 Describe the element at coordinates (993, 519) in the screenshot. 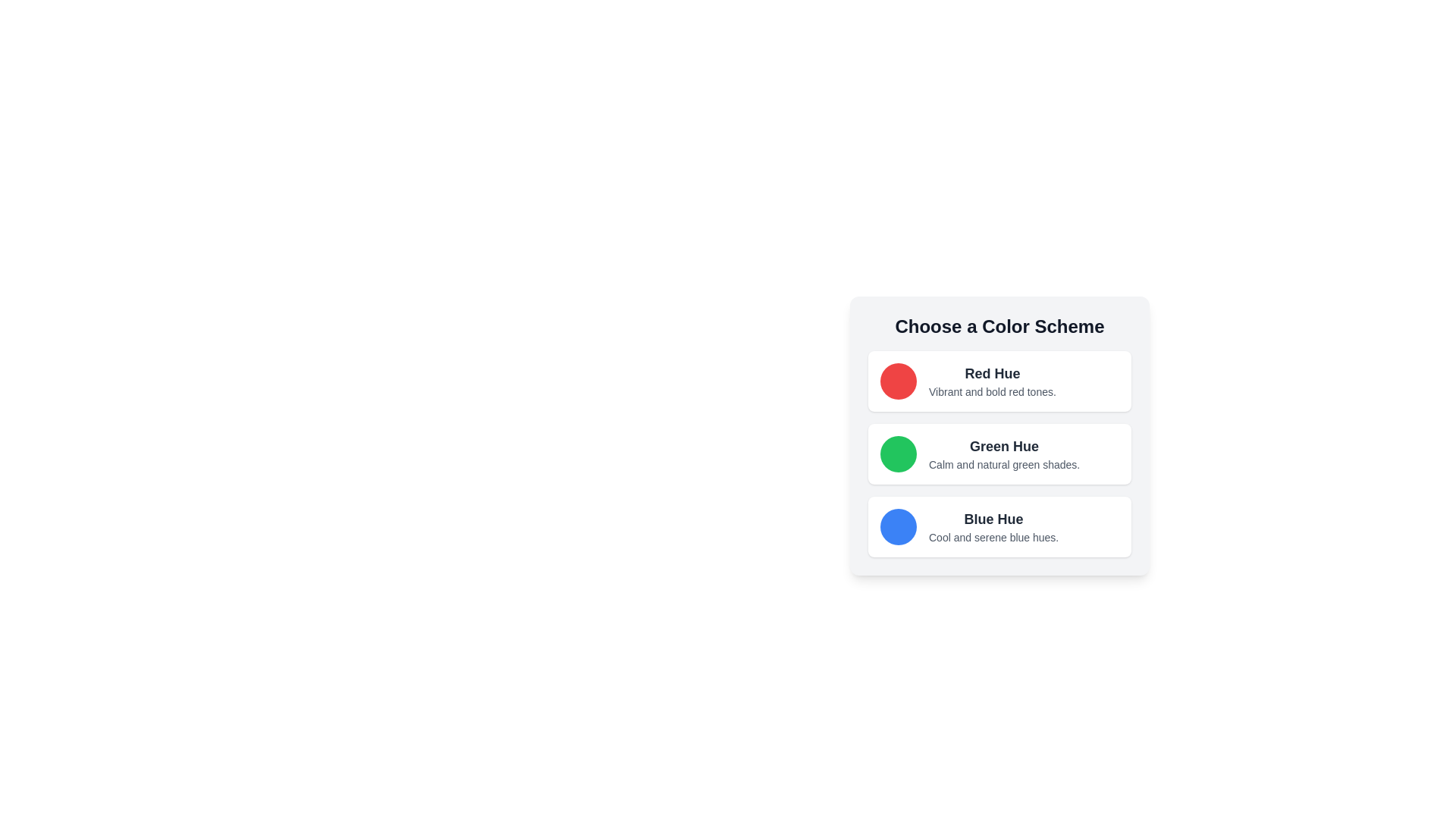

I see `the Text label that serves as the title for the 'Blue Hue' section, located above the text 'Cool and serene blue hues.'` at that location.